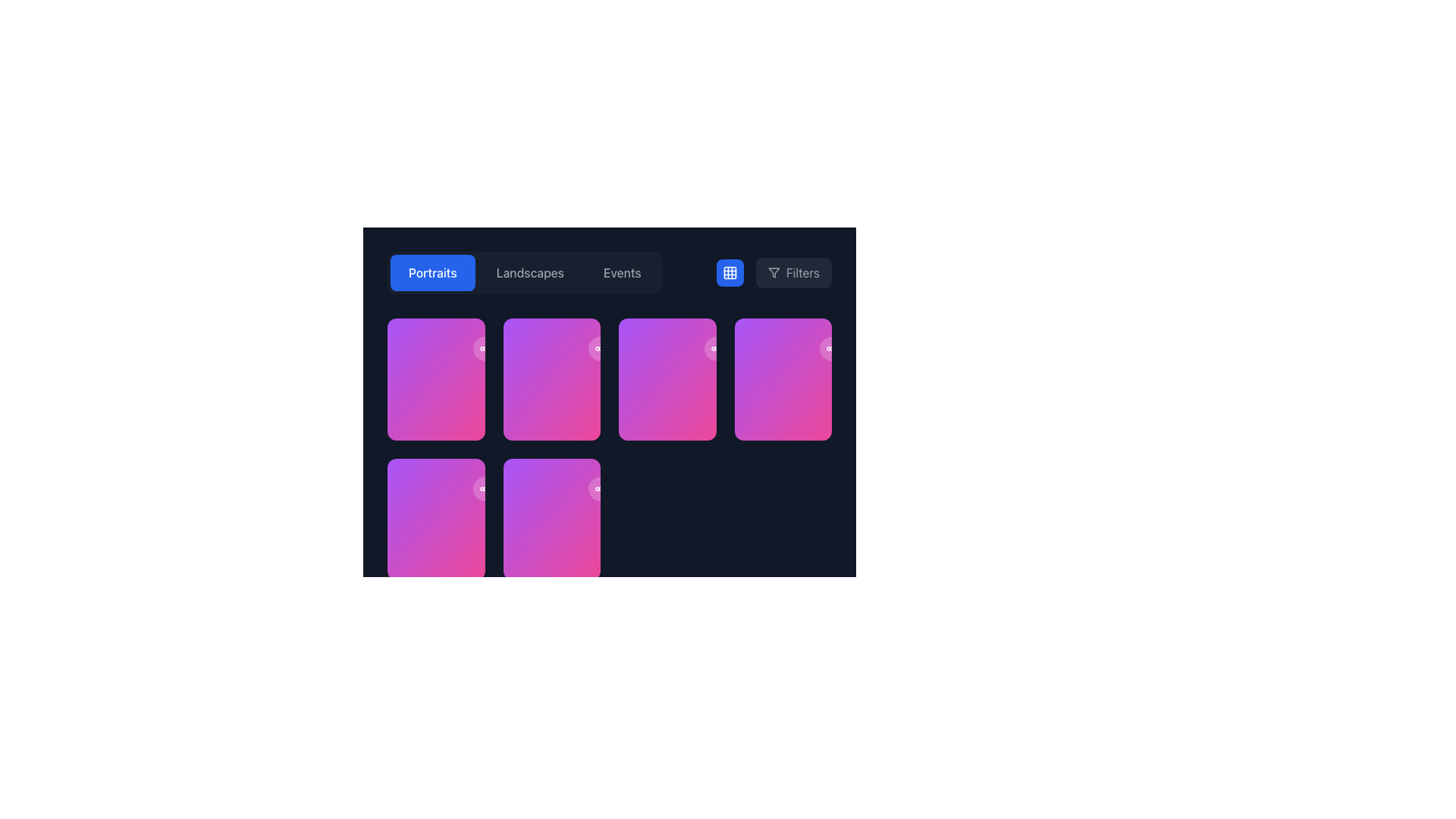 The image size is (1456, 819). I want to click on the card located in the fourth column of the first row in a multi-column grid layout, which provides details and interaction points like counts and view counts, so click(783, 378).